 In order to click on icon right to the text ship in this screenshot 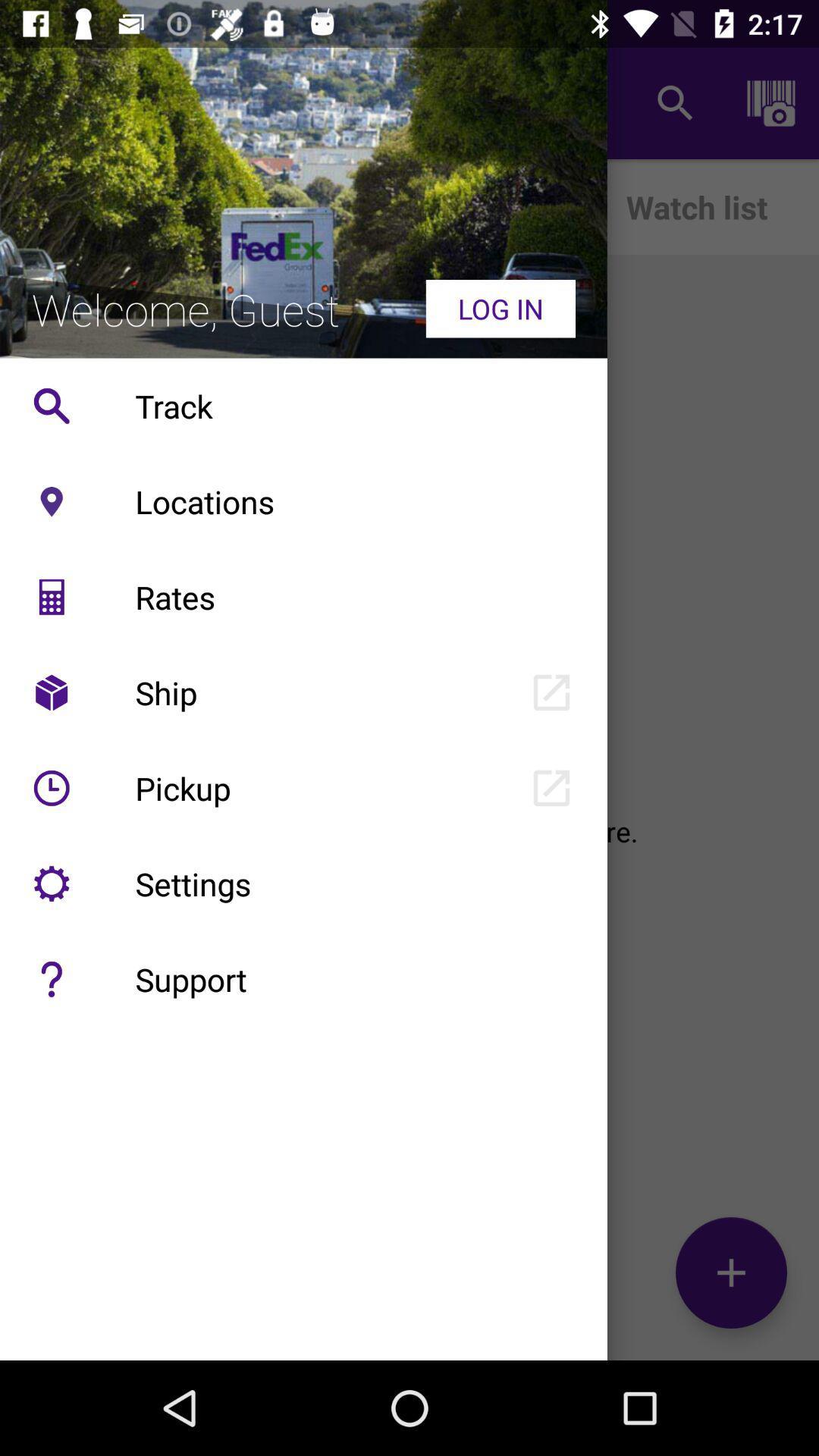, I will do `click(551, 692)`.